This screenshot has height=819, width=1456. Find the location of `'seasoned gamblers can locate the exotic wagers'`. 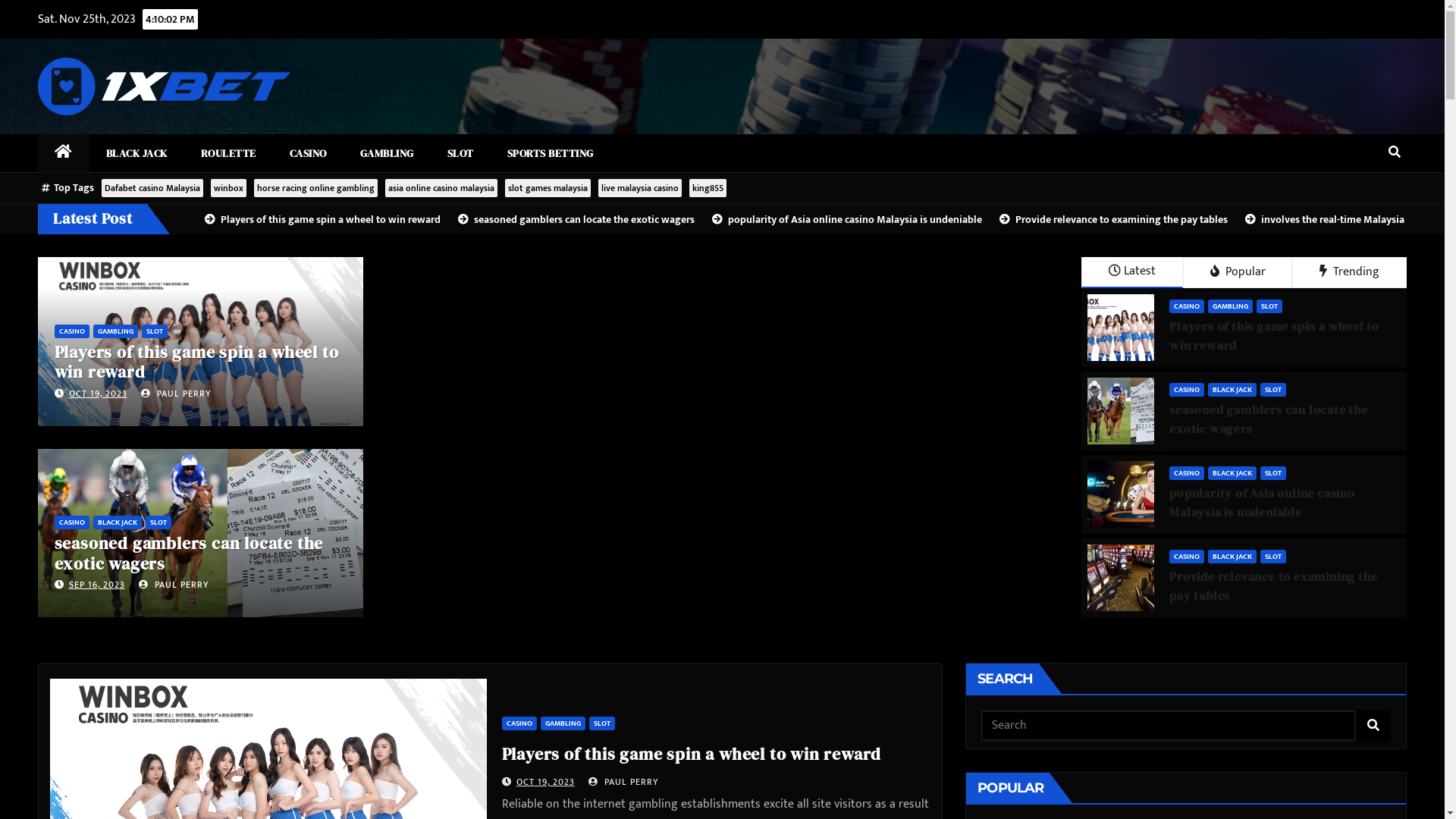

'seasoned gamblers can locate the exotic wagers' is located at coordinates (188, 553).